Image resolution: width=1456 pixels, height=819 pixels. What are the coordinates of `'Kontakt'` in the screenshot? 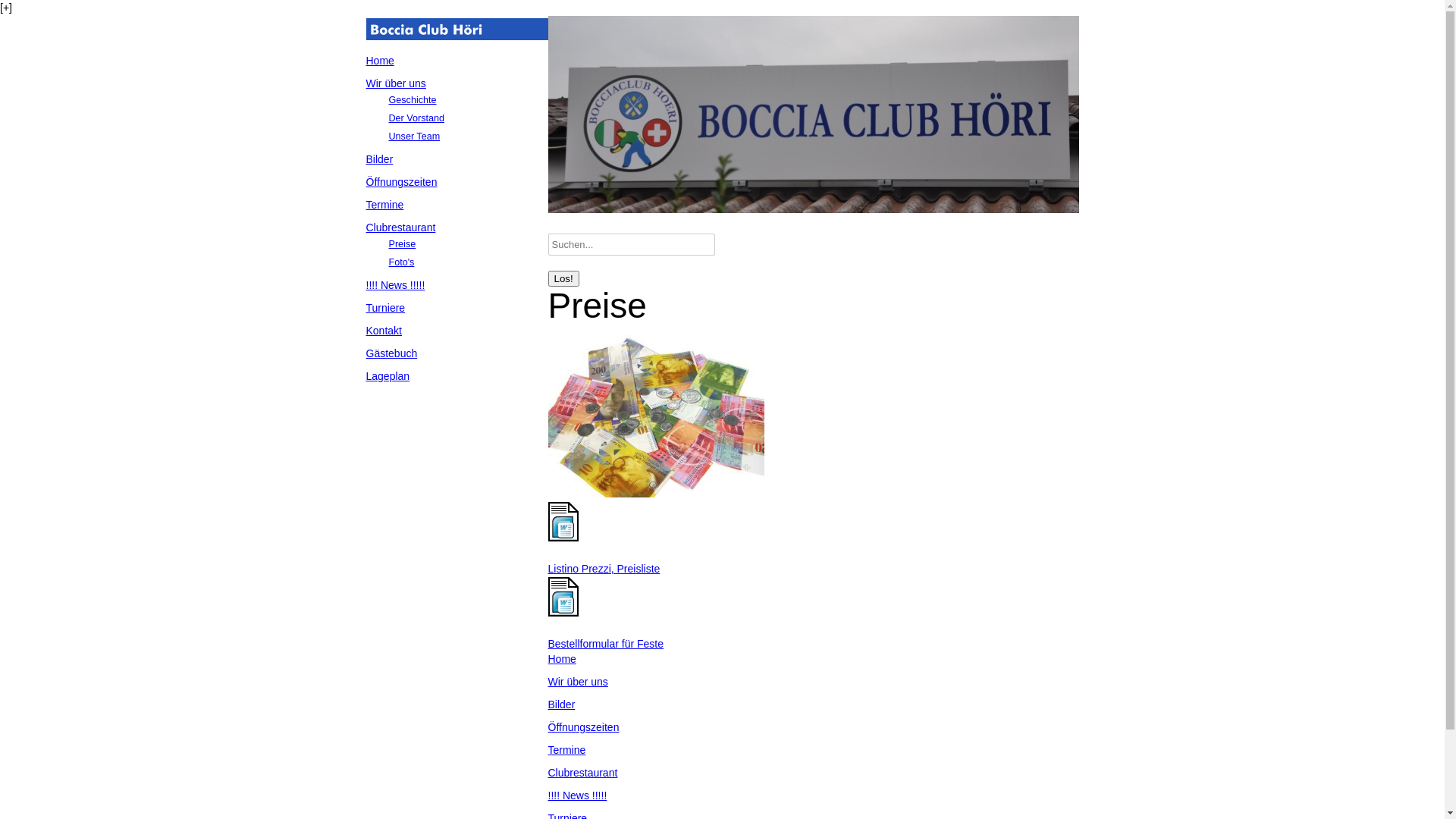 It's located at (383, 329).